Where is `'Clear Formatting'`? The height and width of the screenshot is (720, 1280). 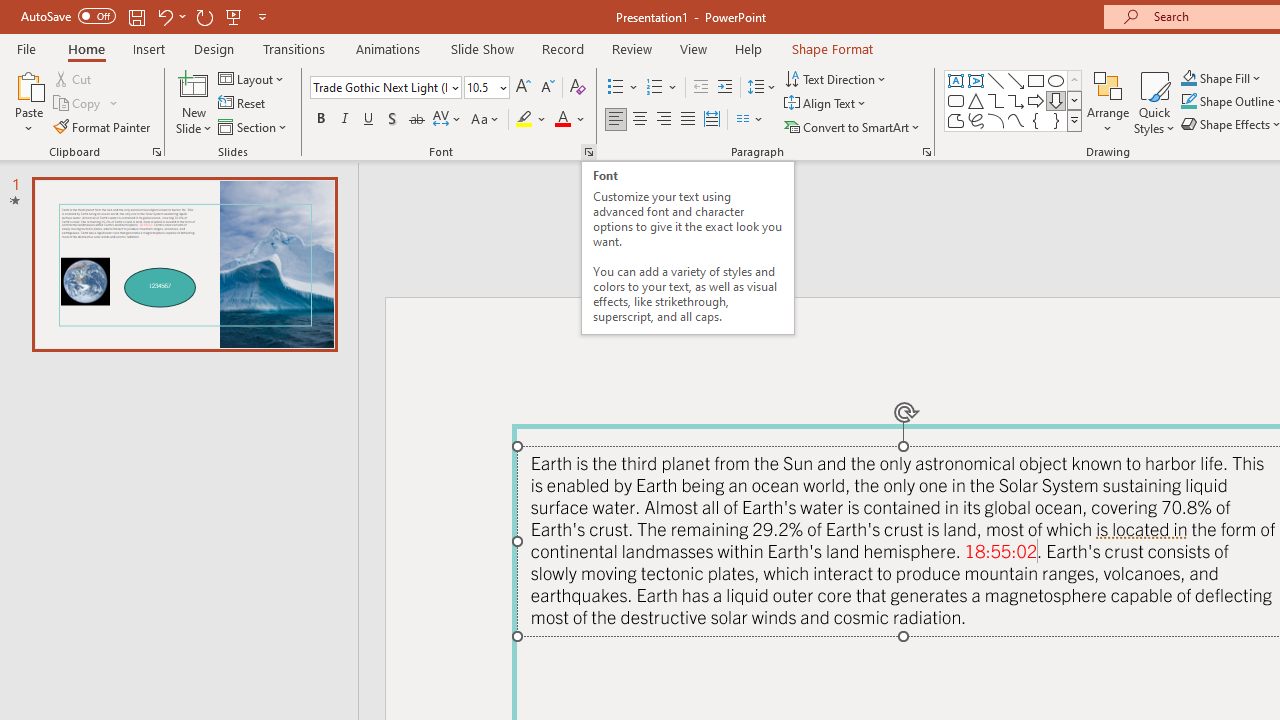
'Clear Formatting' is located at coordinates (576, 86).